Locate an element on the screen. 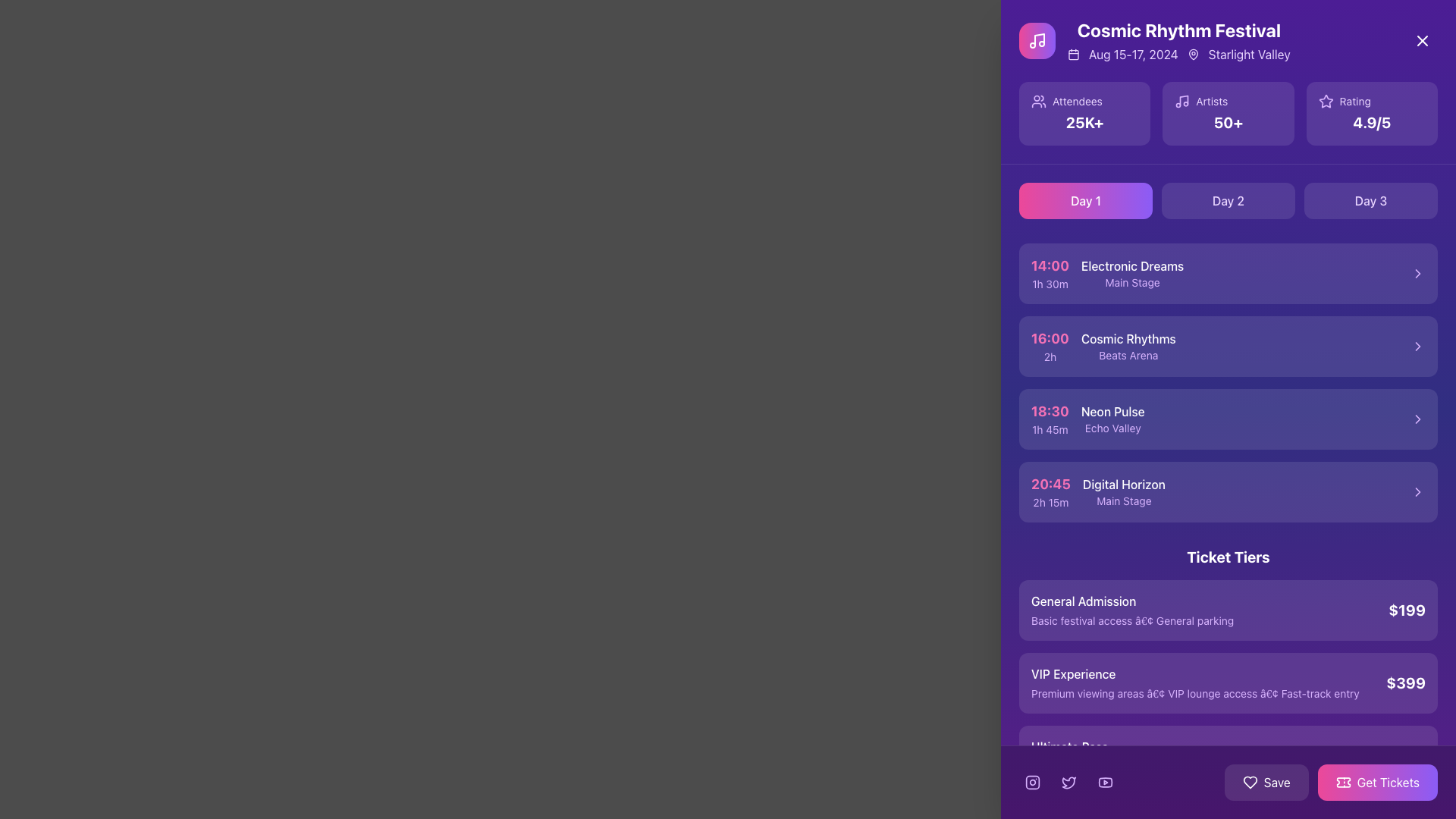 The image size is (1456, 819). the 'Attendees' text label, which is styled in light purple on a darker purple background, located above the attendee count '25k+' and to the left of 'Artists' is located at coordinates (1076, 102).